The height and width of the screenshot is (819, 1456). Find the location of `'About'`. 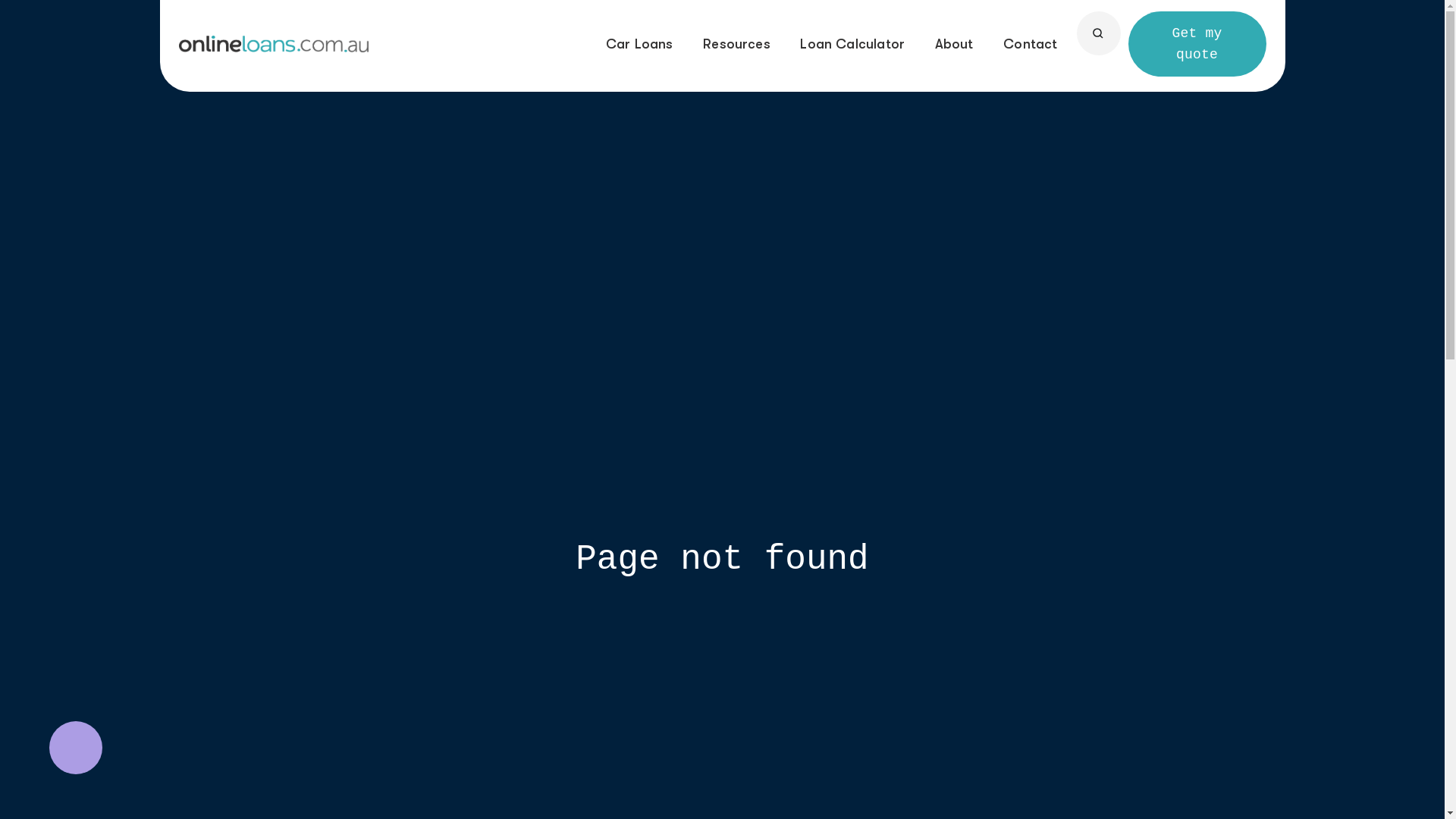

'About' is located at coordinates (934, 42).